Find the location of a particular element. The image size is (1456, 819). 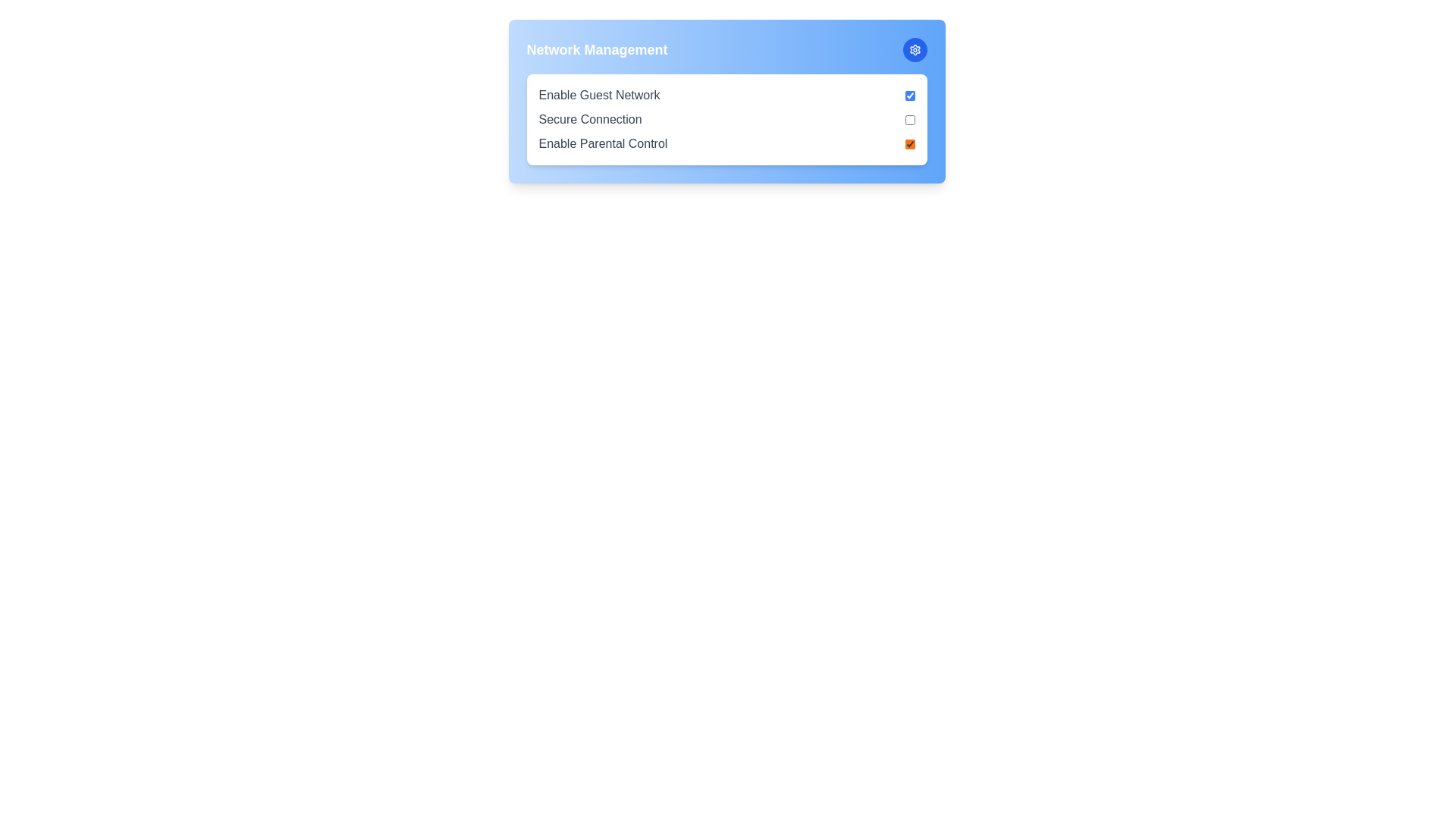

the text label that describes the function of the adjacent checkbox for enabling or disabling a secure connection, located under the 'Network Management' header is located at coordinates (589, 119).